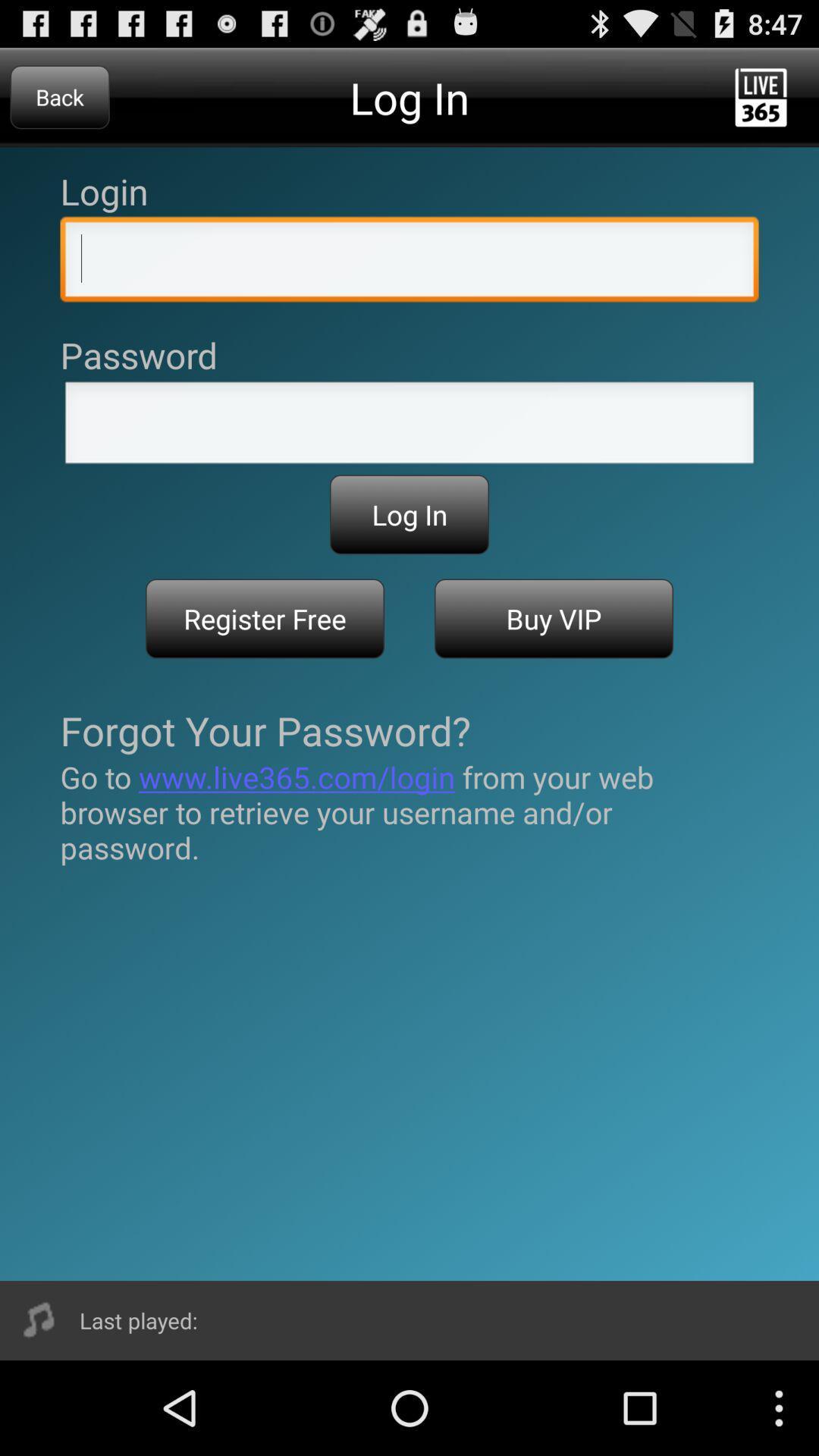  I want to click on icon to the right of register free item, so click(554, 619).